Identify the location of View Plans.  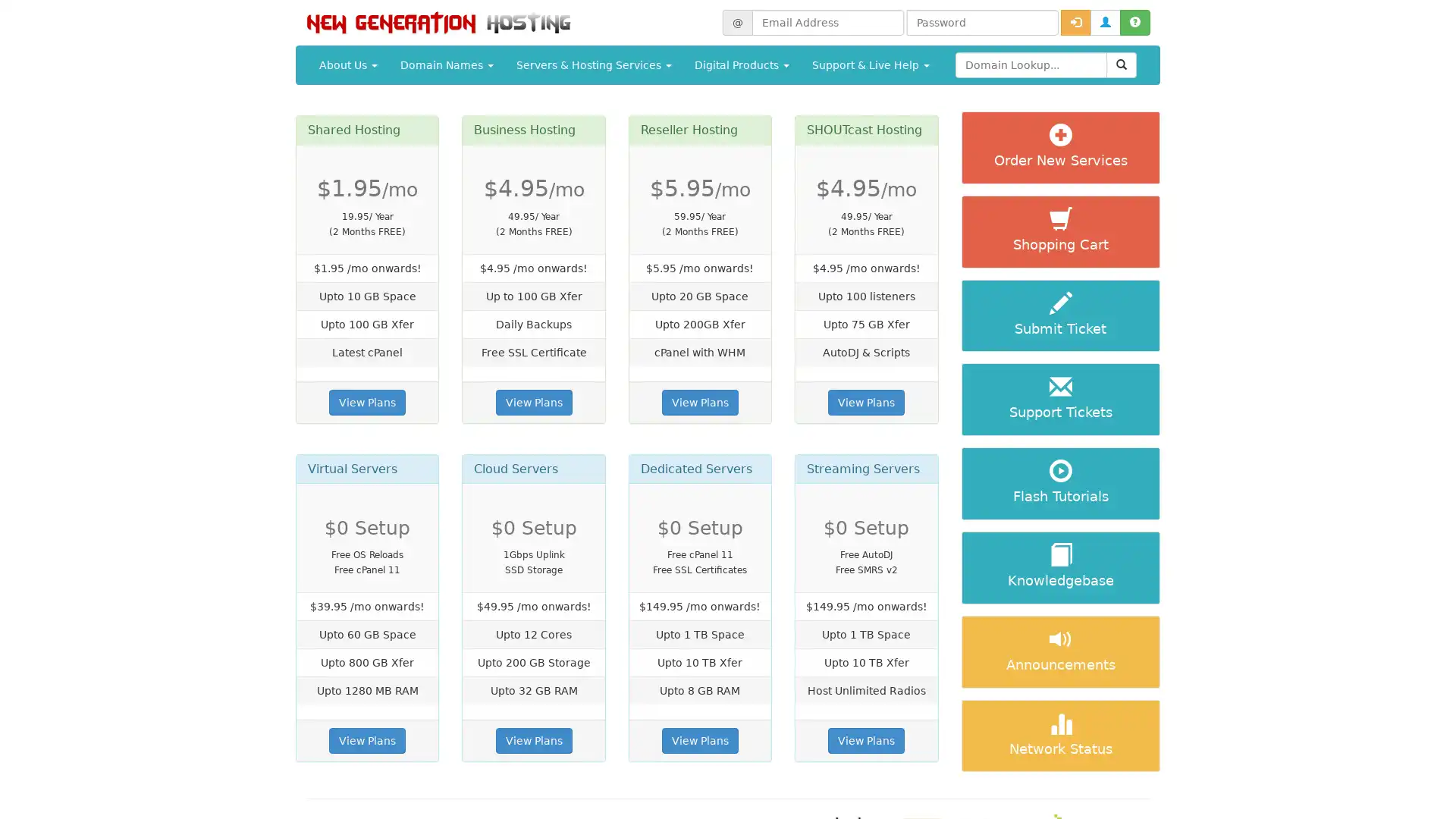
(533, 739).